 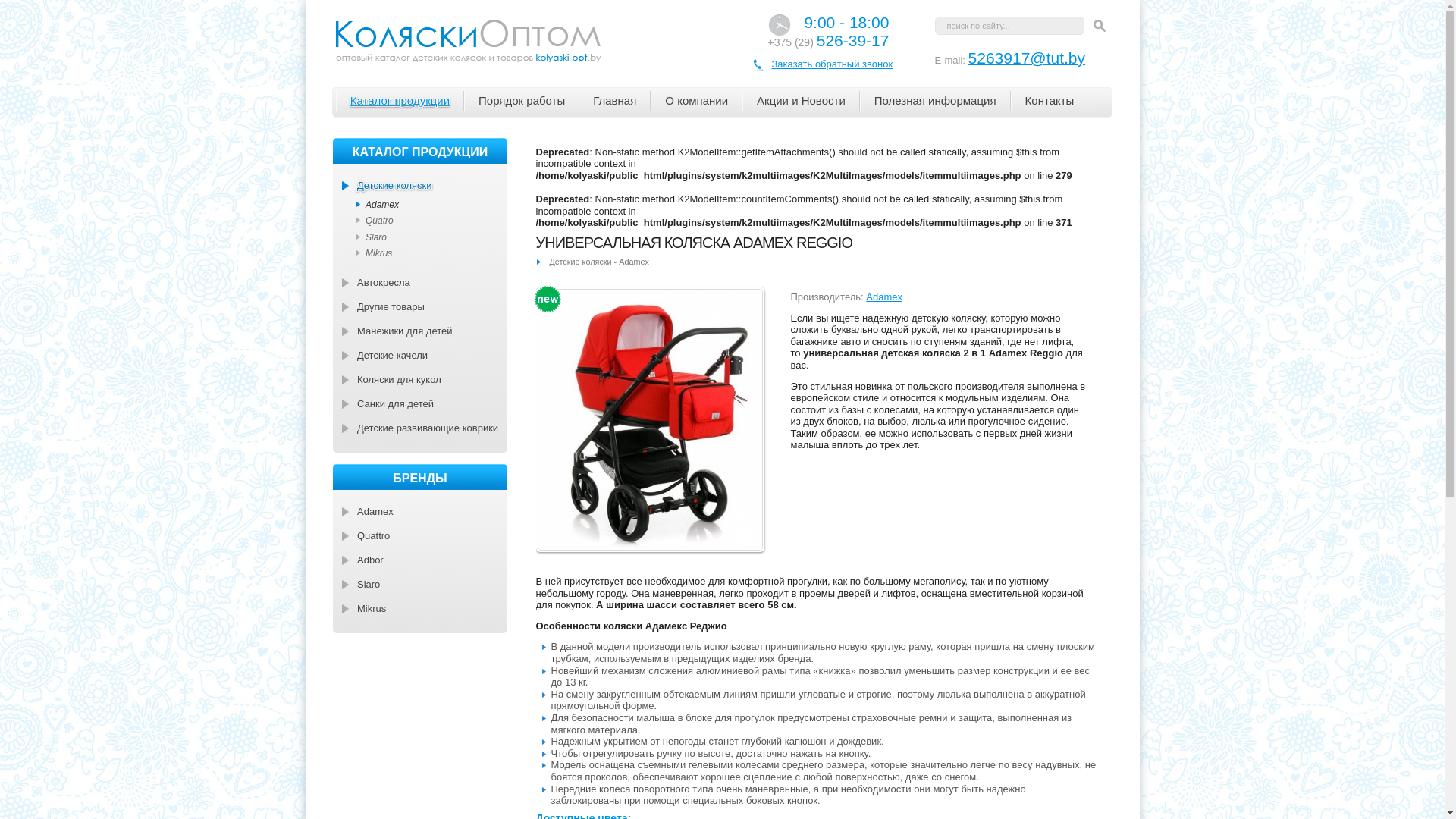 What do you see at coordinates (433, 220) in the screenshot?
I see `'Quatro'` at bounding box center [433, 220].